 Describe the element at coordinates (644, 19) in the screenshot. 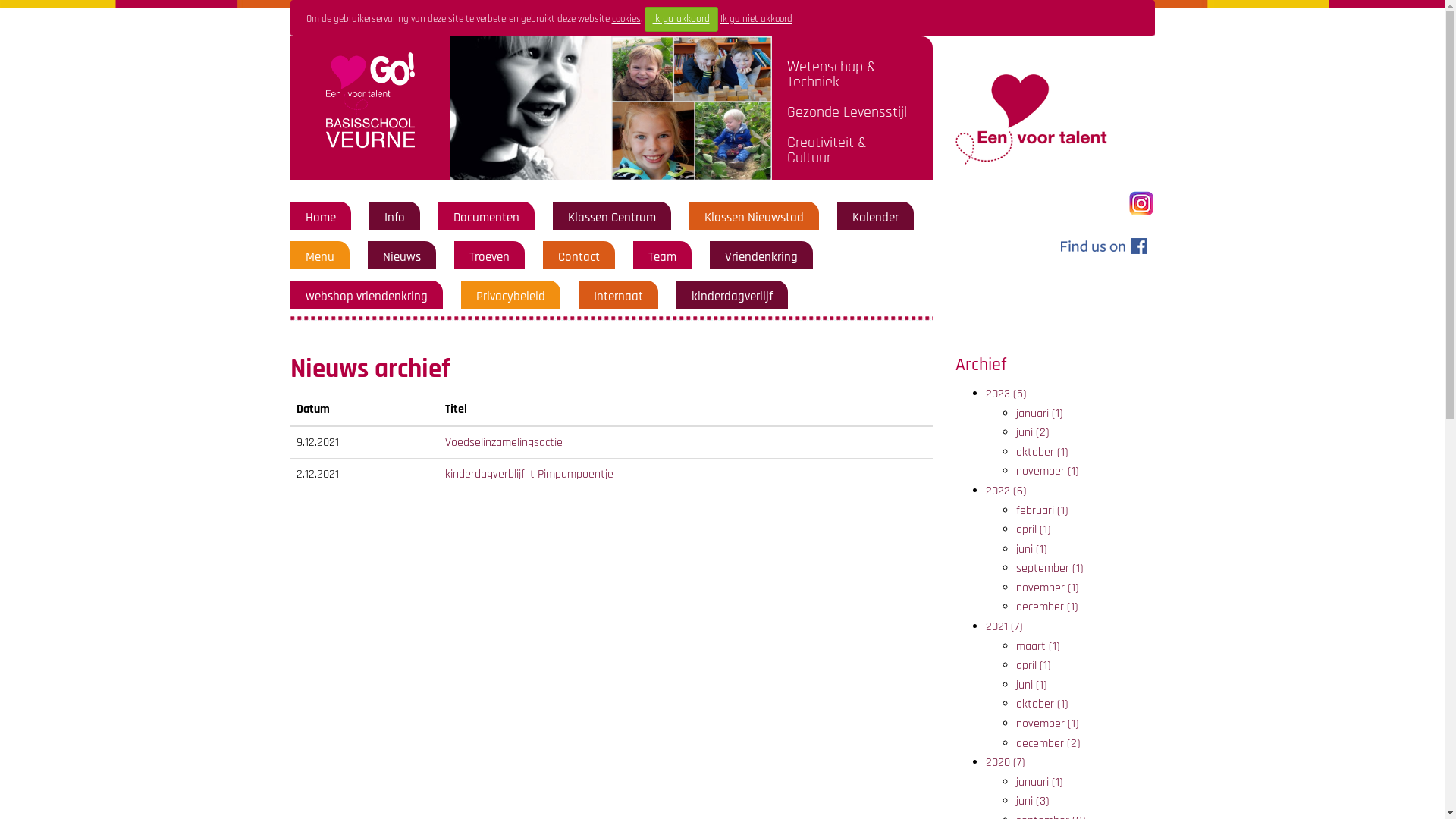

I see `'Ik ga akkoord'` at that location.